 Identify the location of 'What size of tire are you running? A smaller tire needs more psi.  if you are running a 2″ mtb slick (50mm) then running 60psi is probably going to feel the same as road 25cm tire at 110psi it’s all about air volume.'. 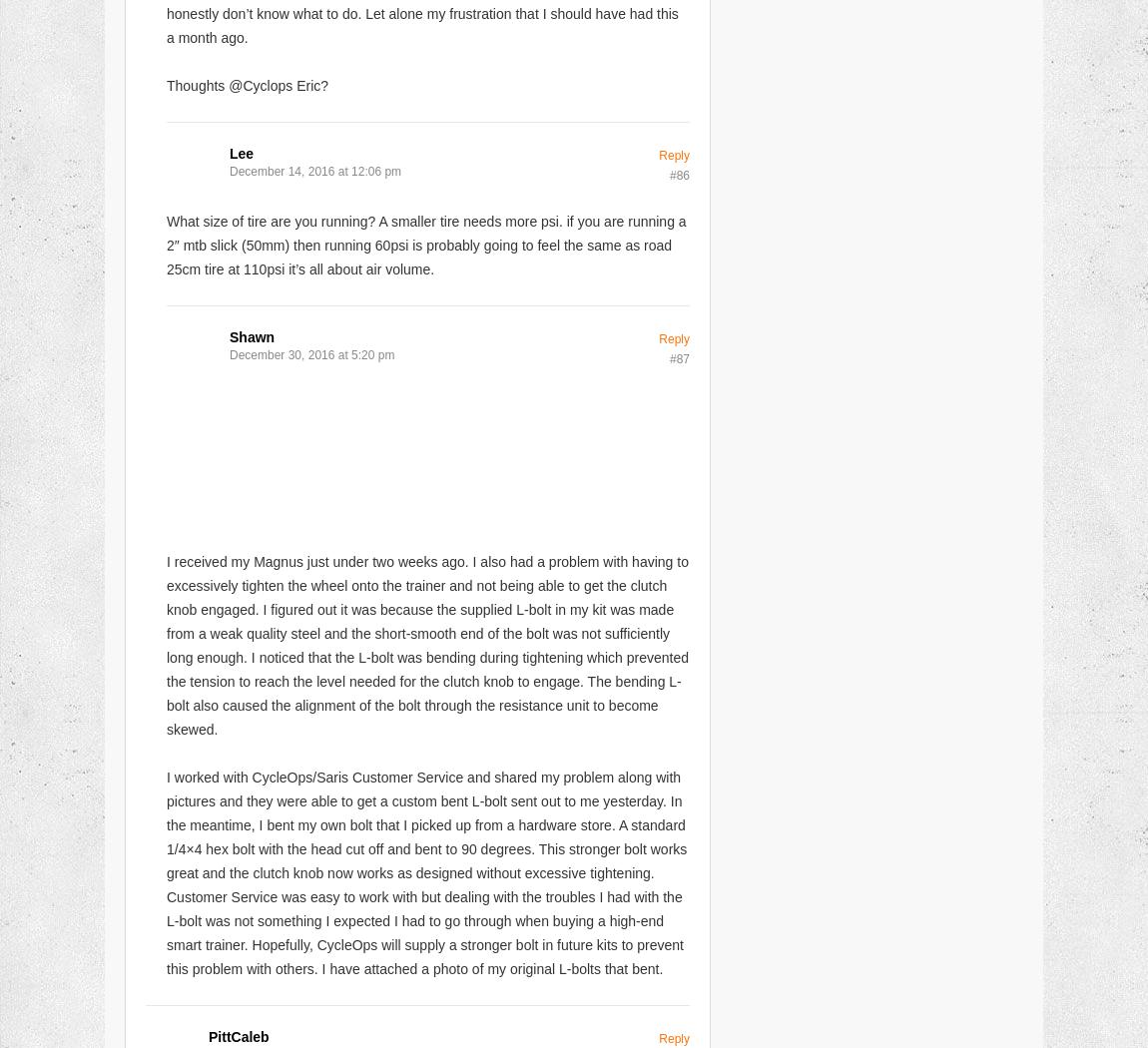
(425, 244).